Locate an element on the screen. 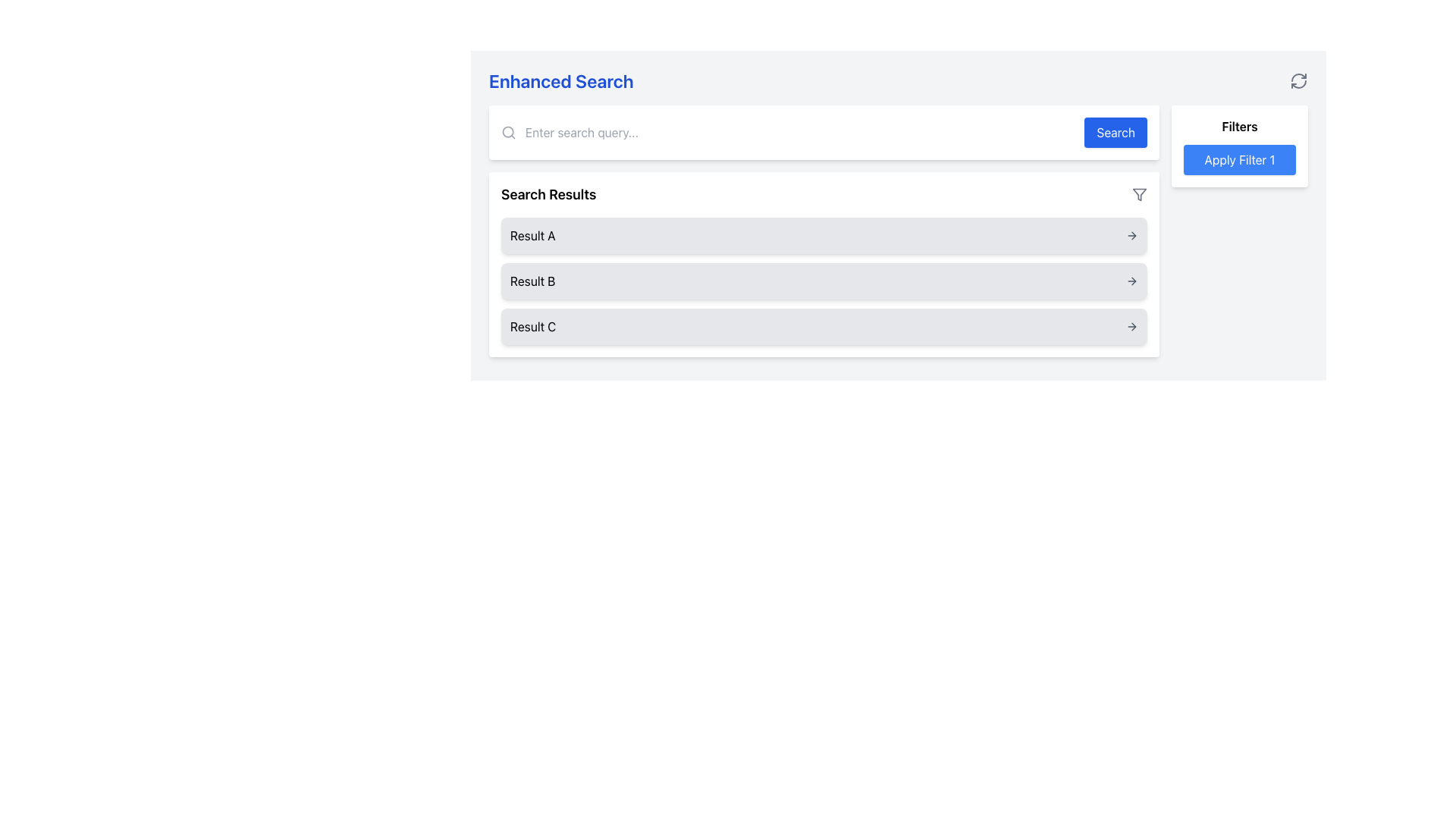 The height and width of the screenshot is (819, 1456). the right-pointing arrow icon button located at the rightmost side of the 'Result B' button, which is aligned with the text 'Result B' is located at coordinates (1131, 281).